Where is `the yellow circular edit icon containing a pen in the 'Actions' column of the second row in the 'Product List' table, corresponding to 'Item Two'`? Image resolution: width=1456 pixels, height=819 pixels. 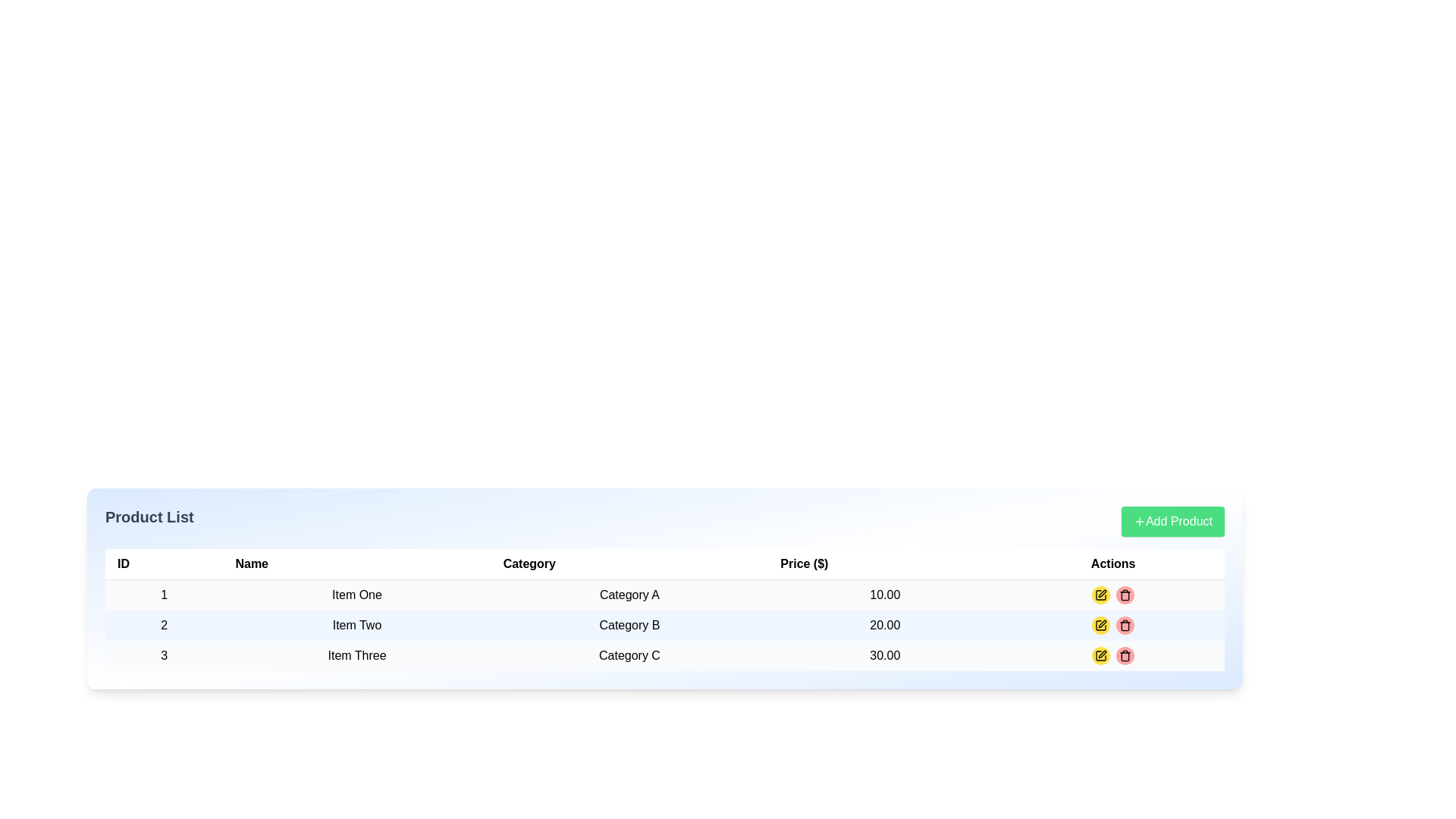 the yellow circular edit icon containing a pen in the 'Actions' column of the second row in the 'Product List' table, corresponding to 'Item Two' is located at coordinates (1101, 626).